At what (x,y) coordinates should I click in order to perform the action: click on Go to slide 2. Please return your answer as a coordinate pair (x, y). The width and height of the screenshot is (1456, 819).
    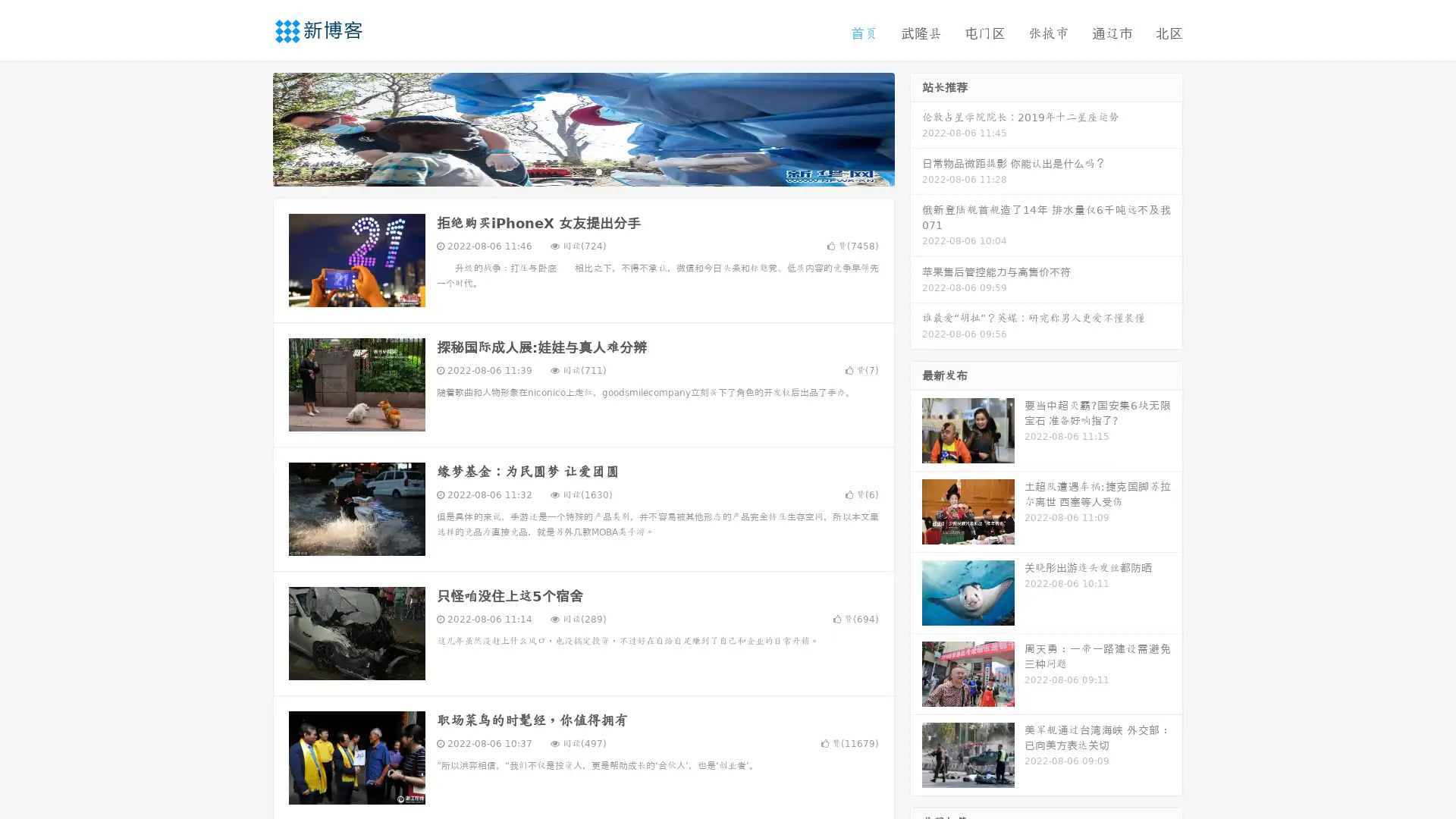
    Looking at the image, I should click on (582, 171).